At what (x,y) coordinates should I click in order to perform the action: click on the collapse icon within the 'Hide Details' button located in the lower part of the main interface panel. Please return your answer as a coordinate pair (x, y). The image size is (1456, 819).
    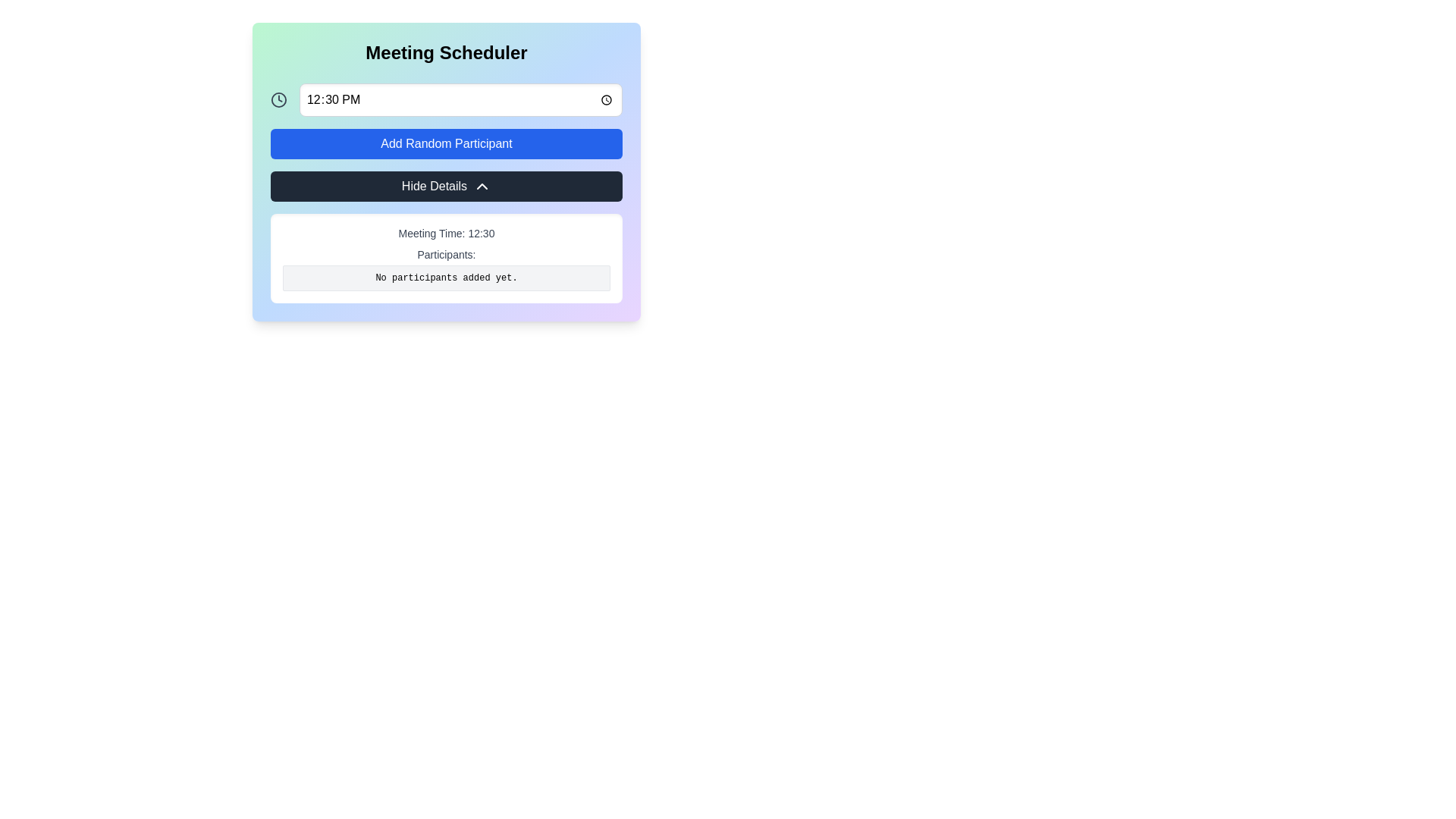
    Looking at the image, I should click on (481, 186).